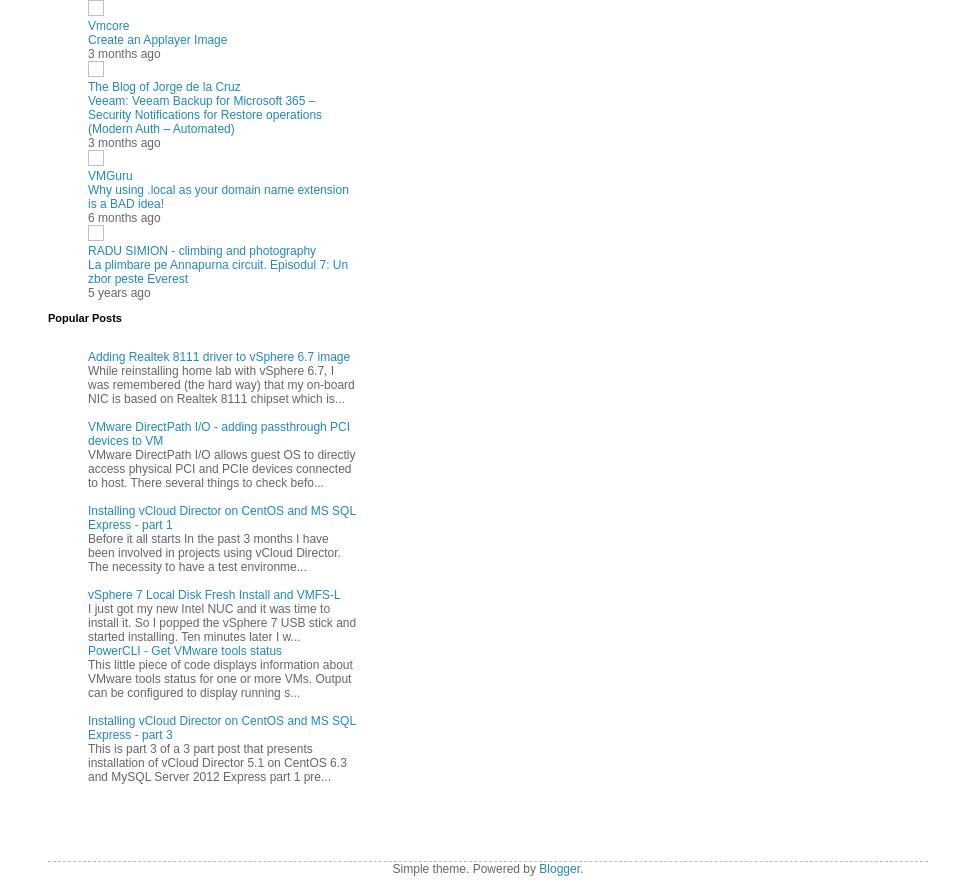  What do you see at coordinates (202, 250) in the screenshot?
I see `'RADU SIMION - climbing and photography'` at bounding box center [202, 250].